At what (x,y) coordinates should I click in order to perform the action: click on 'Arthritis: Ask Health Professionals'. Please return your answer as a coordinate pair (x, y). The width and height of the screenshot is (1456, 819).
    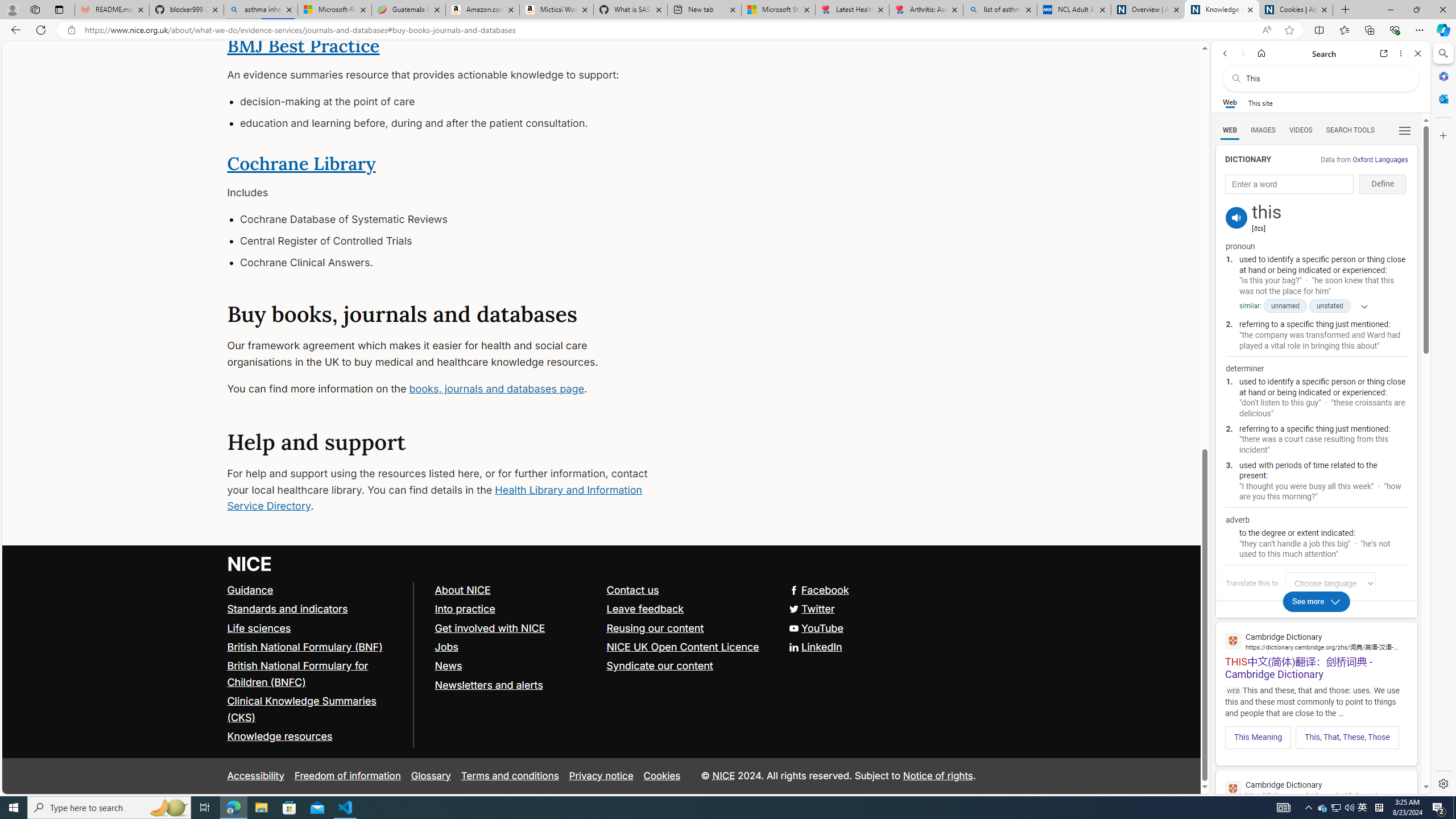
    Looking at the image, I should click on (925, 9).